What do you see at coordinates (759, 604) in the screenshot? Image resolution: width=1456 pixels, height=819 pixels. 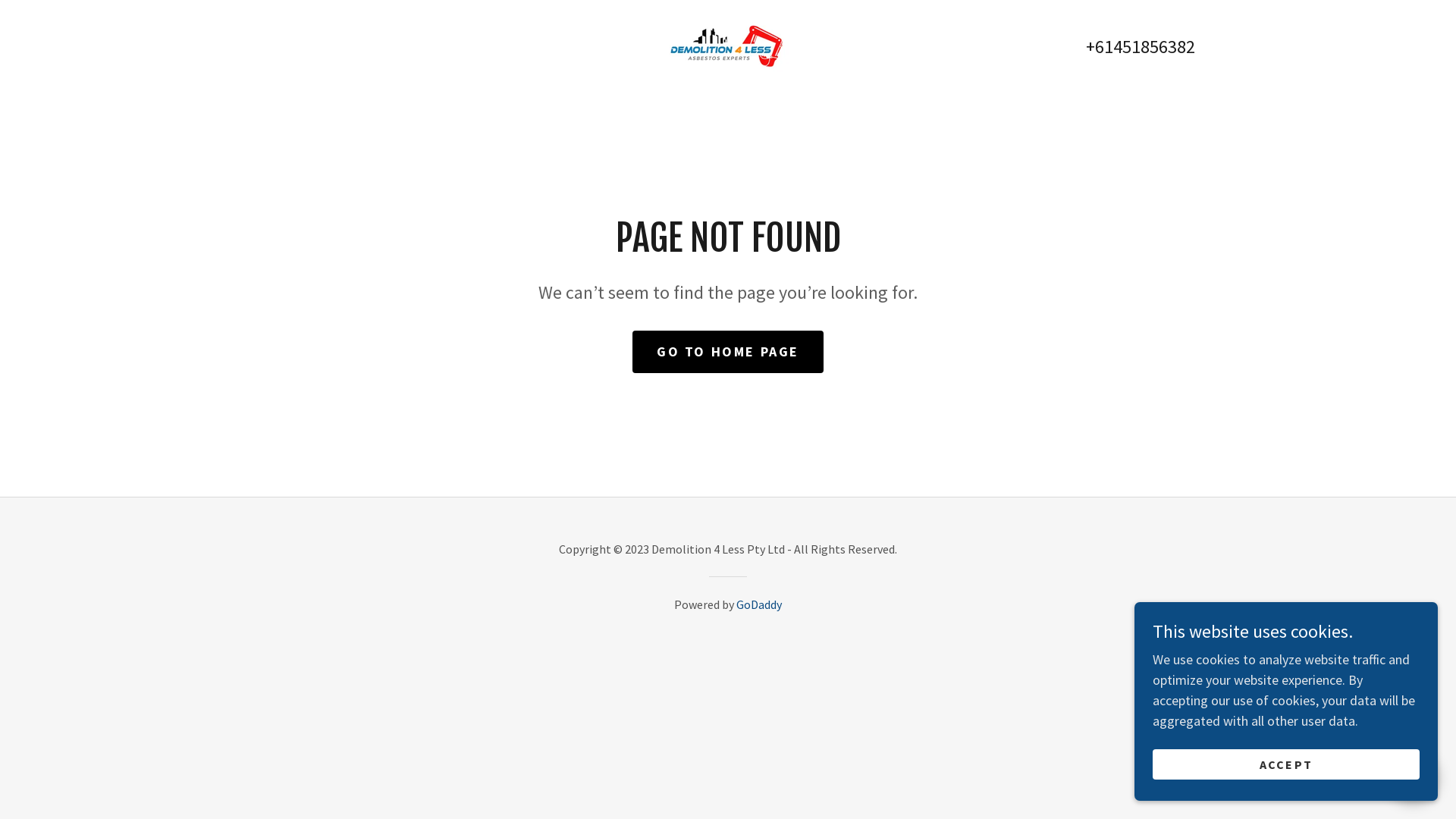 I see `'GoDaddy'` at bounding box center [759, 604].